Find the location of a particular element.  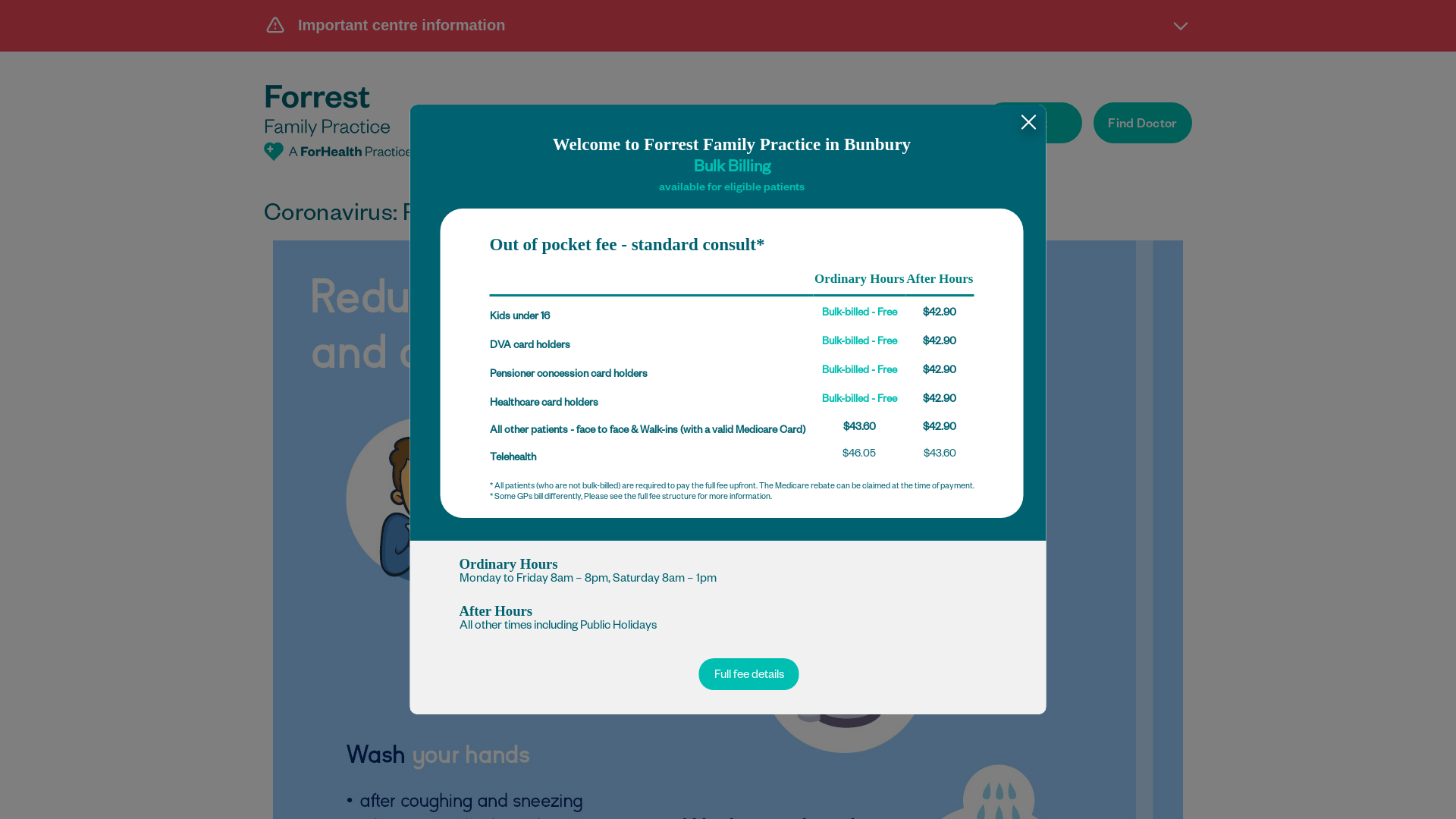

'Services' is located at coordinates (681, 124).